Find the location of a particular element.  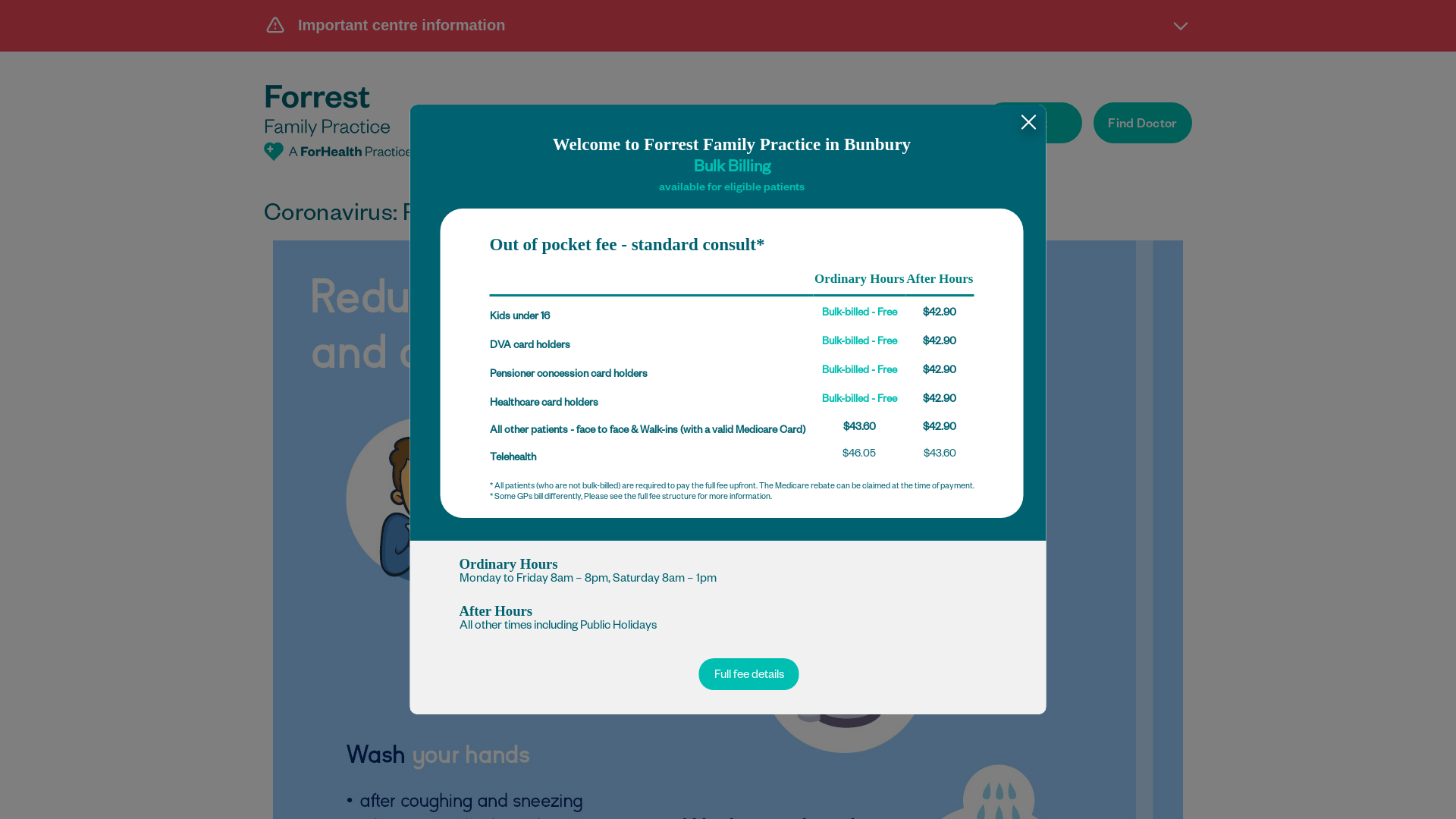

'Services' is located at coordinates (681, 124).